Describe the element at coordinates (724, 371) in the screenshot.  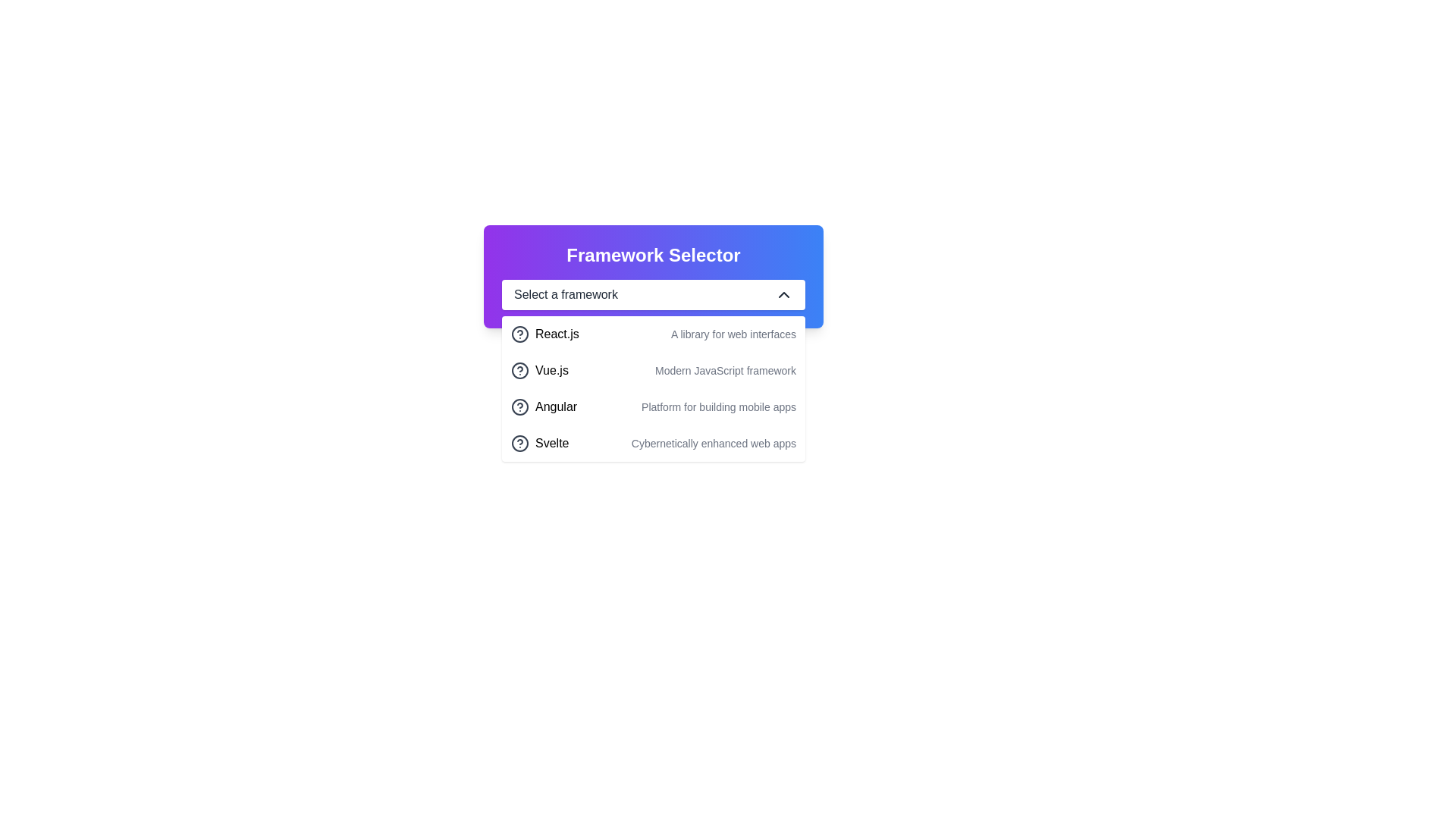
I see `the static text label that describes 'Vue.js' as a 'Modern JavaScript framework' in the Framework Selector dropdown menu` at that location.